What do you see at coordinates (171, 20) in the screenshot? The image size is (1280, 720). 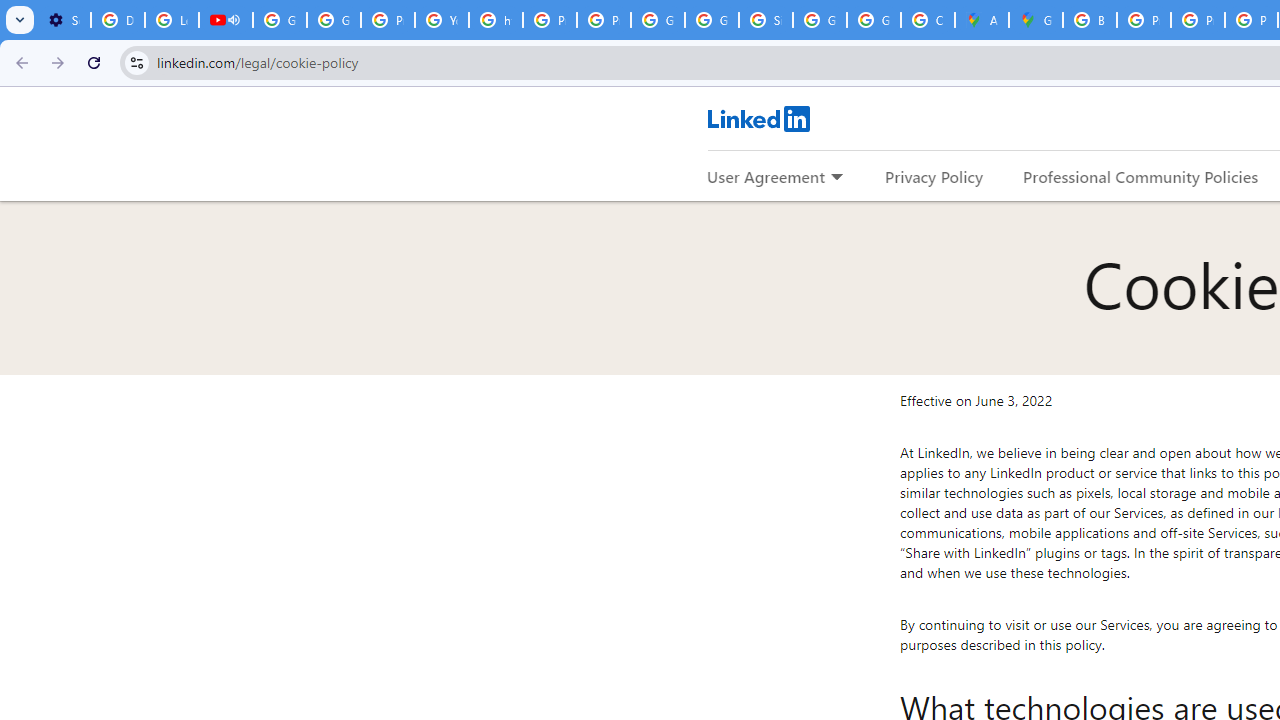 I see `'Learn how to find your photos - Google Photos Help'` at bounding box center [171, 20].